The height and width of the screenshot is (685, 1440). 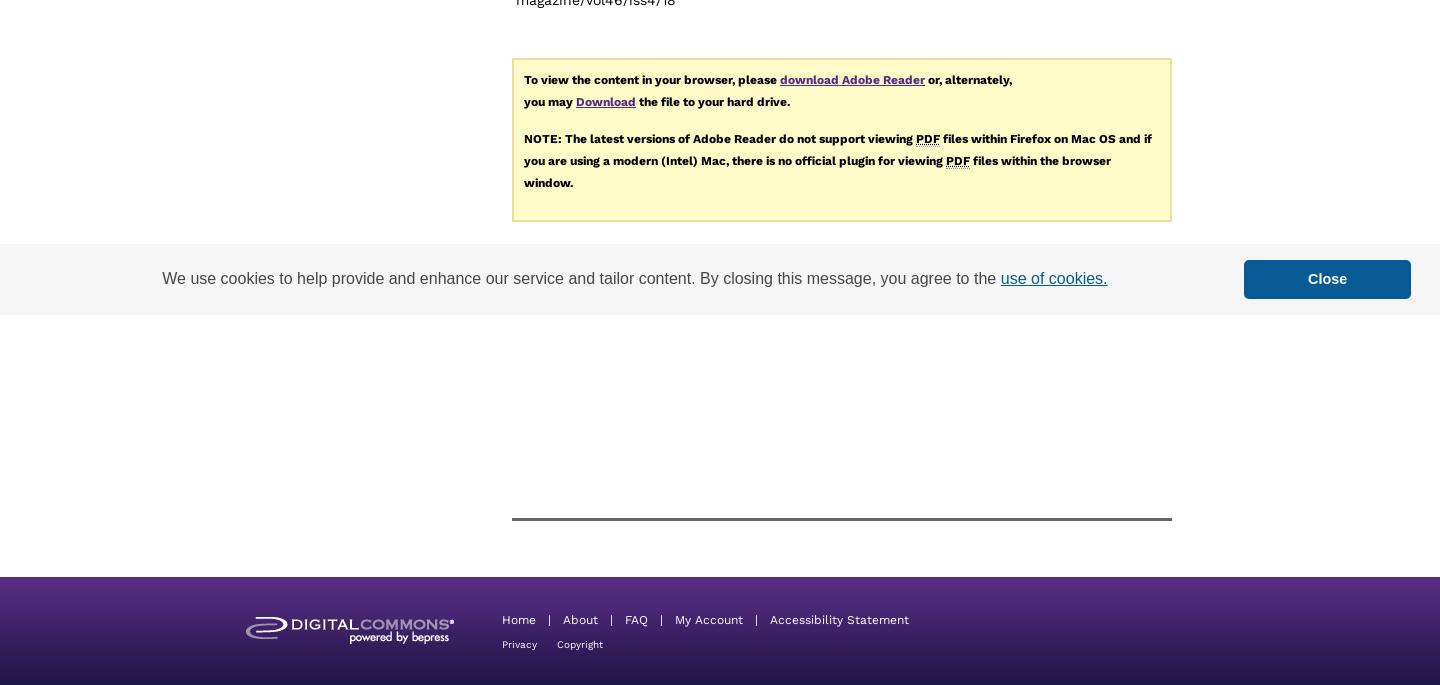 I want to click on 'My Account', so click(x=709, y=618).